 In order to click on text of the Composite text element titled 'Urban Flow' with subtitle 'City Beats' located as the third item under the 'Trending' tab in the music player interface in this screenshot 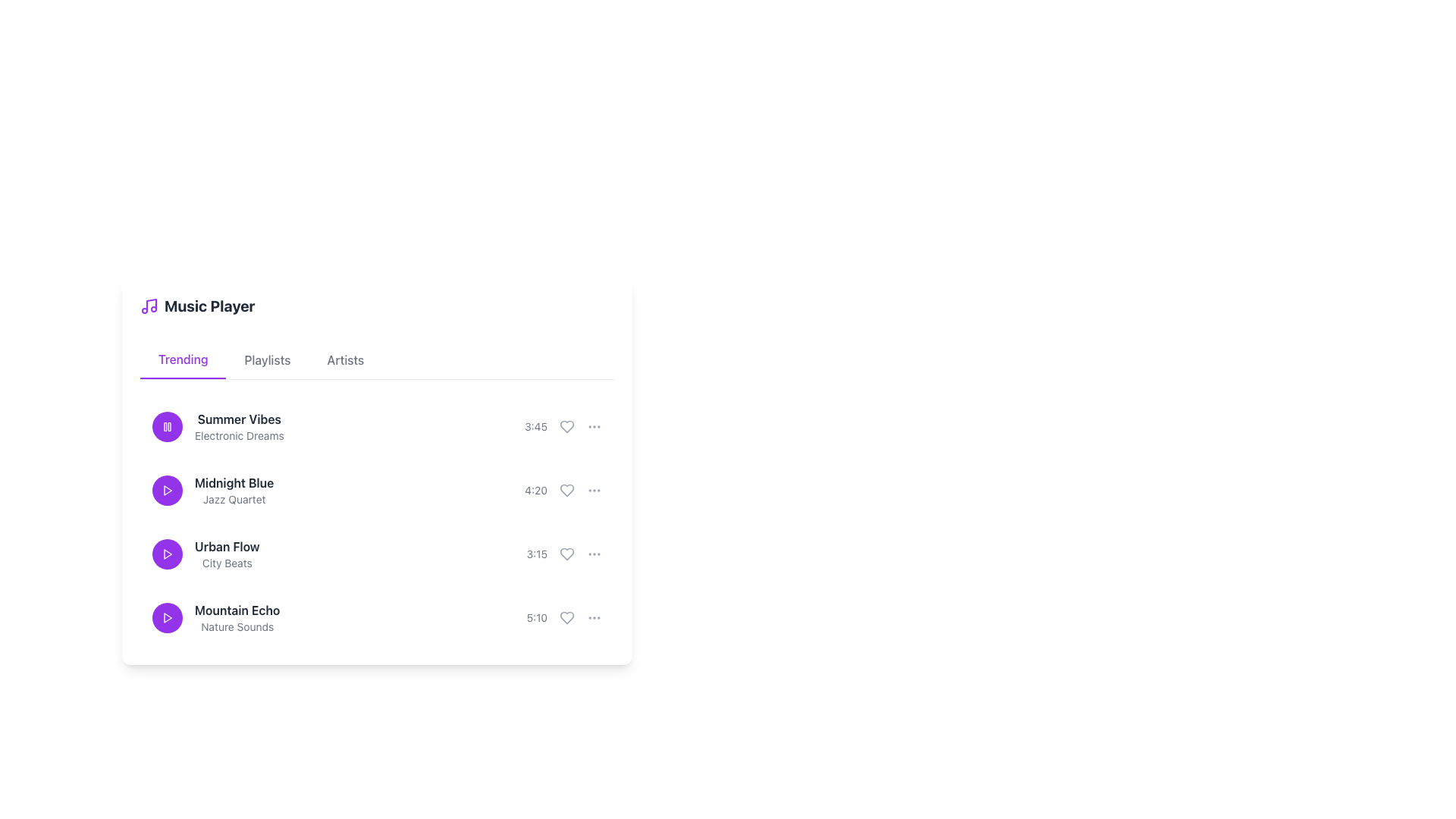, I will do `click(226, 554)`.